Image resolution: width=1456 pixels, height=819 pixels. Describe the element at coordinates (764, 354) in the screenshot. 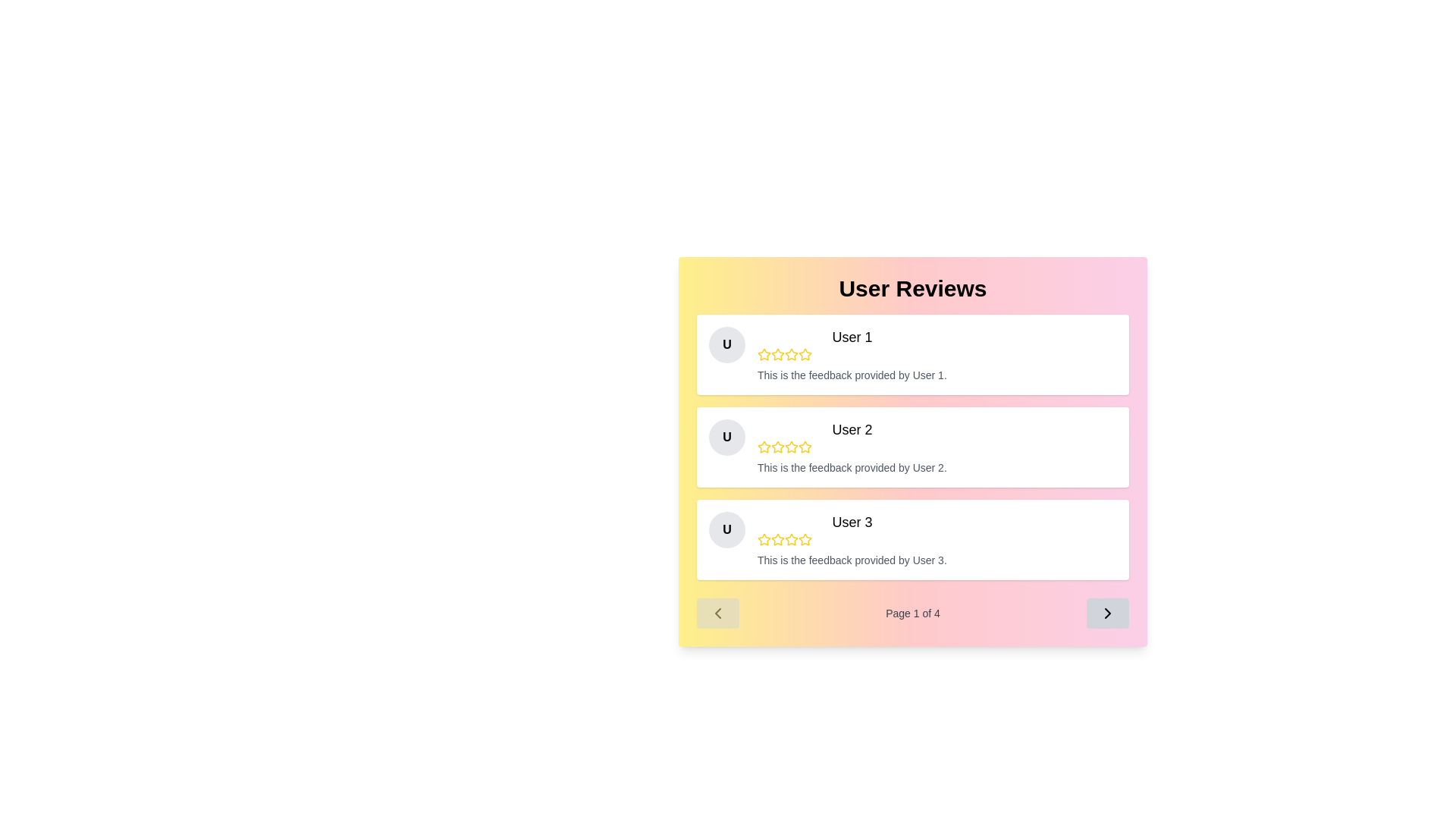

I see `the first star in the 5-star rating system for 'User 1'` at that location.